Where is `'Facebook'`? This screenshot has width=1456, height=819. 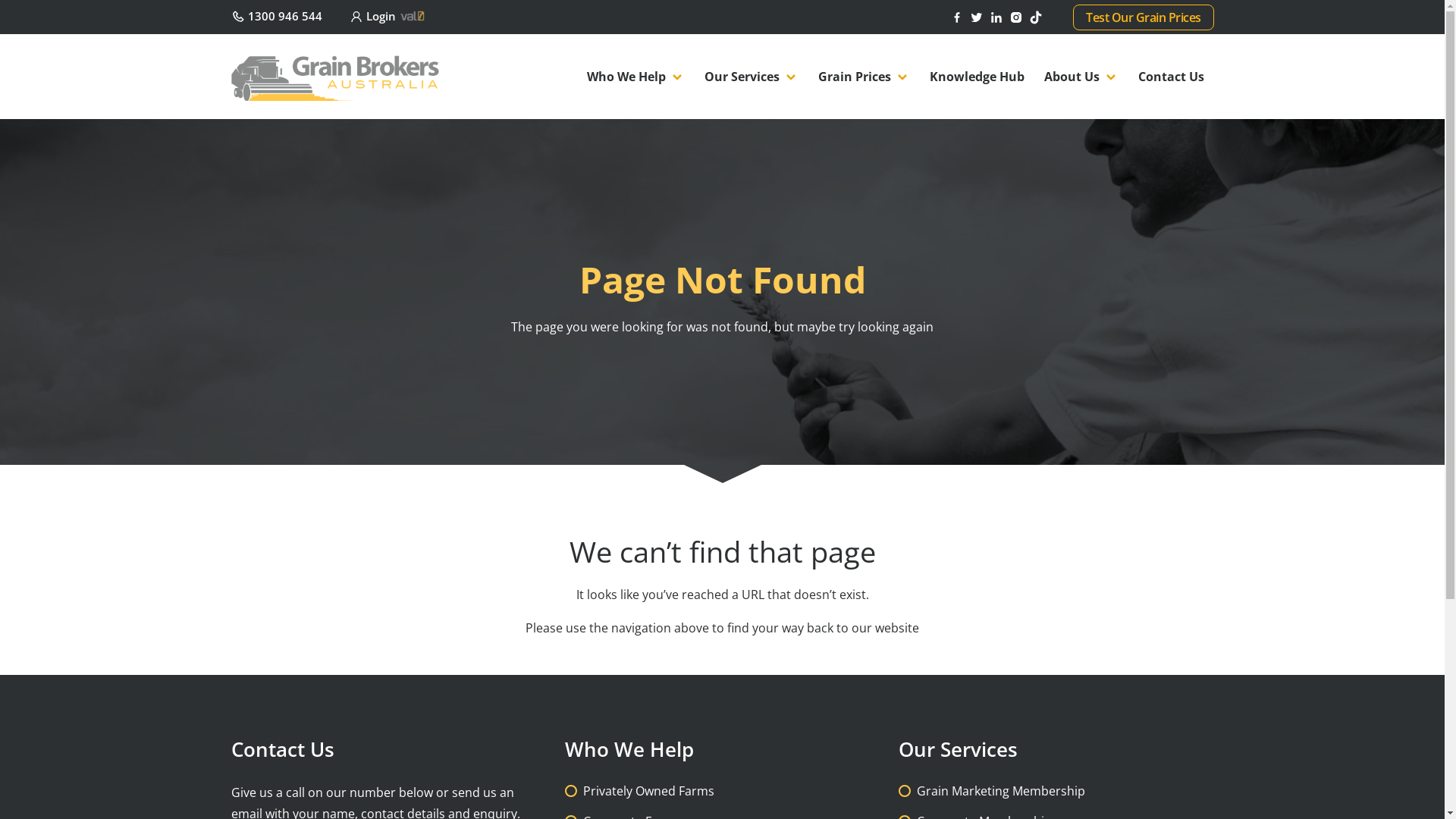
'Facebook' is located at coordinates (949, 15).